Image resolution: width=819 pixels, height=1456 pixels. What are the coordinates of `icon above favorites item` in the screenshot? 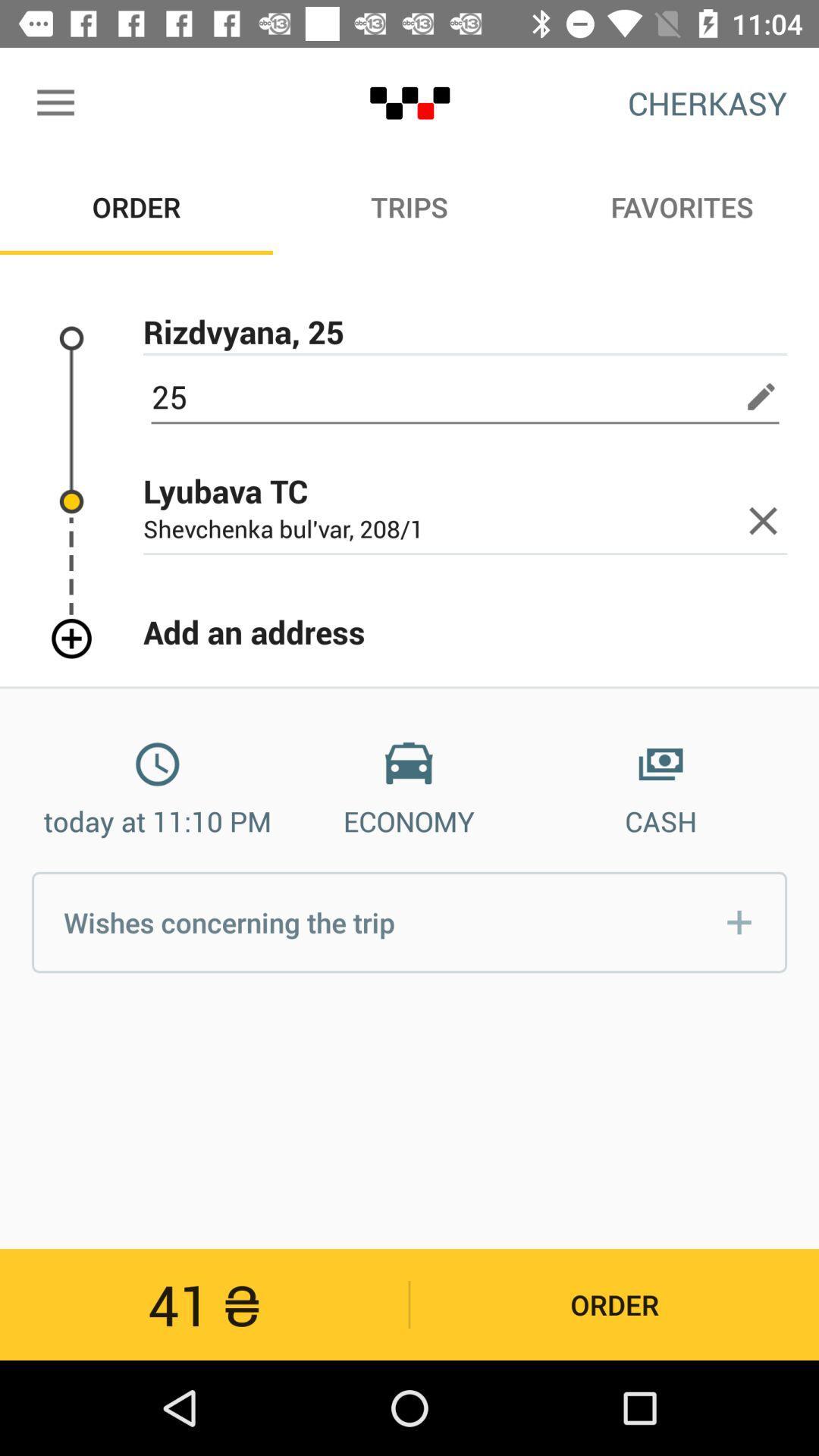 It's located at (708, 102).